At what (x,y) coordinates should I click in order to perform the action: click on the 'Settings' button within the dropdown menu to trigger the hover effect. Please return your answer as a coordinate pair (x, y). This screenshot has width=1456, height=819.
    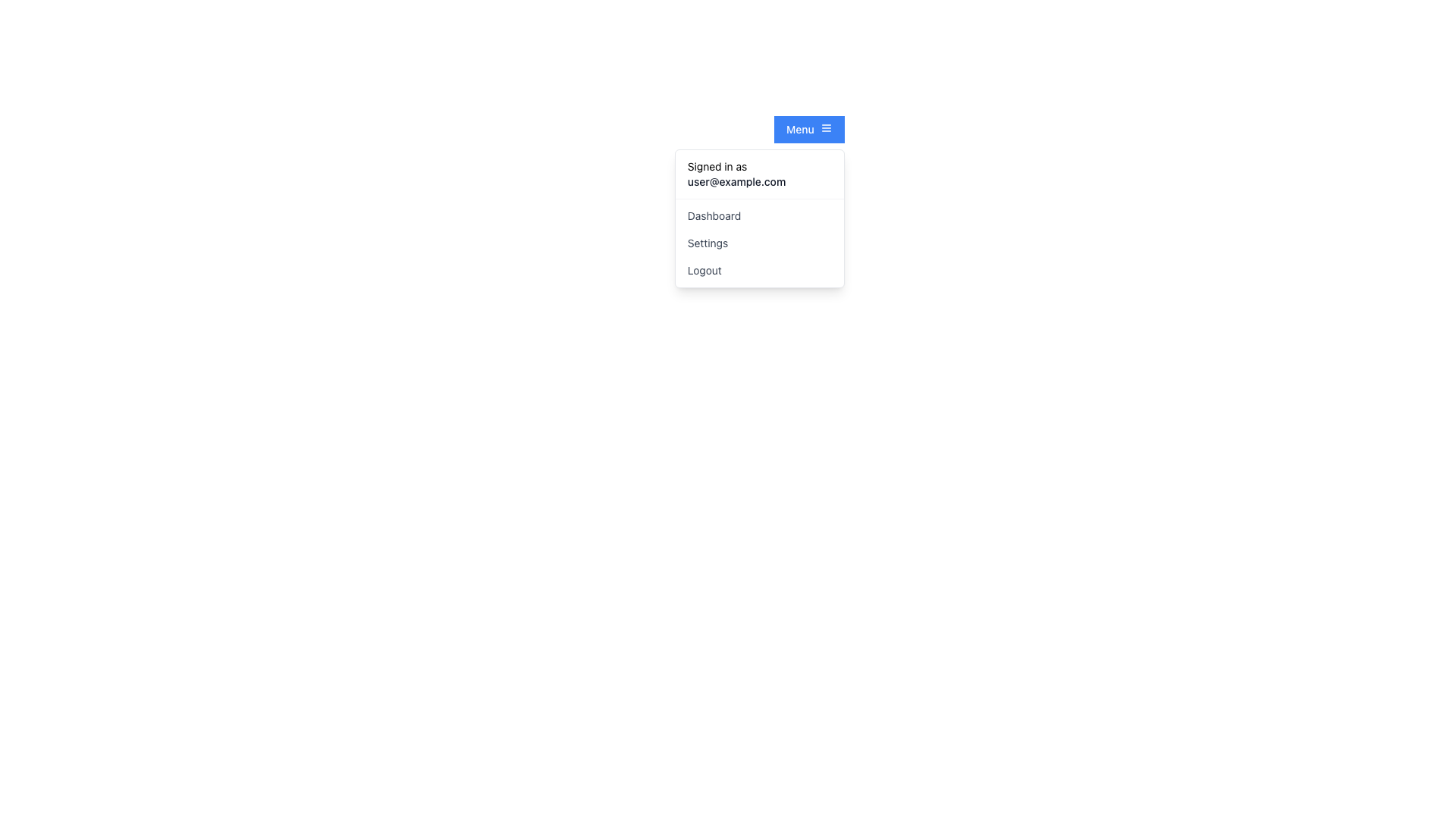
    Looking at the image, I should click on (759, 242).